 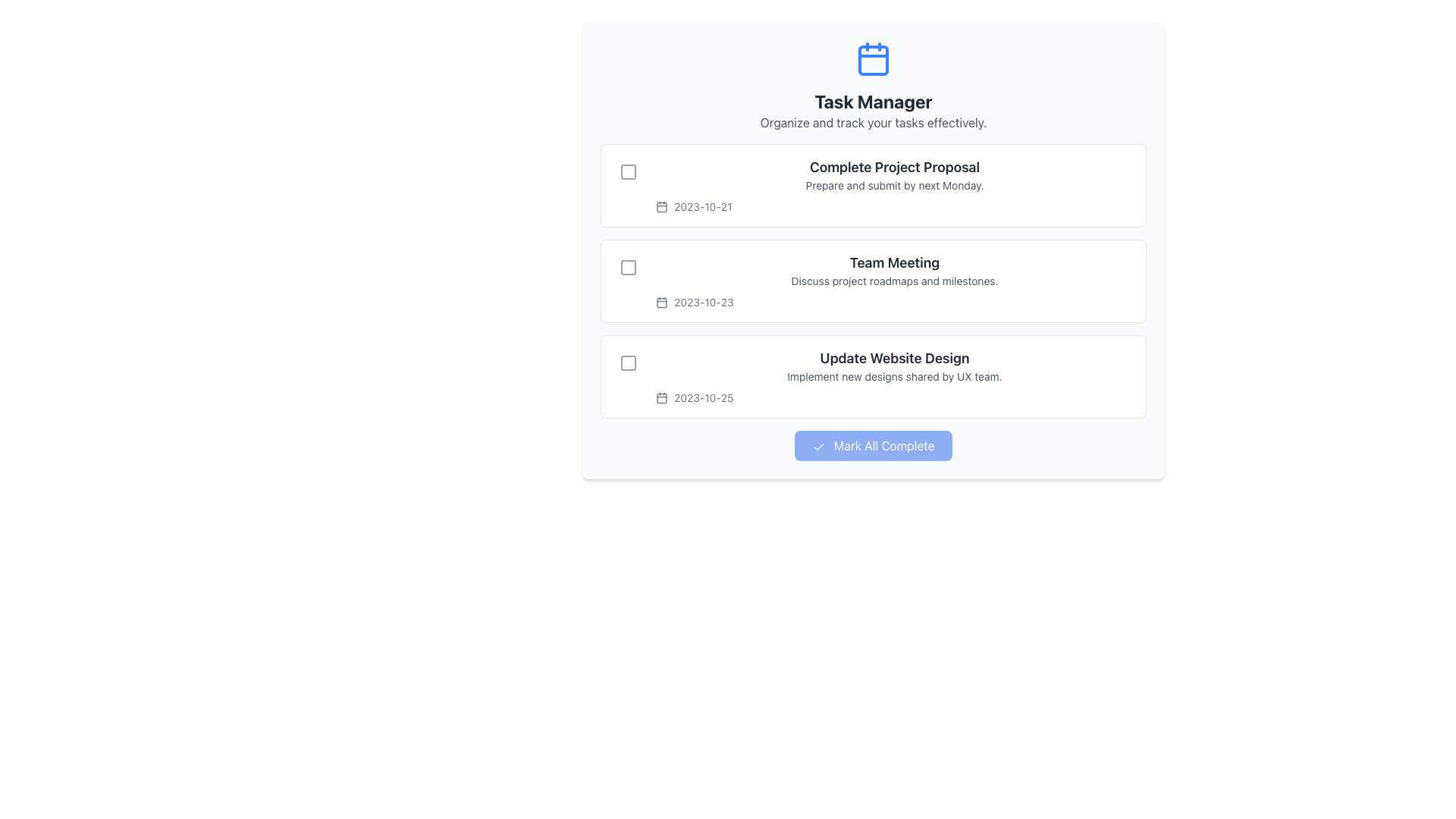 What do you see at coordinates (629, 171) in the screenshot?
I see `the checkbox to the left of the 'Complete Project Proposal' heading` at bounding box center [629, 171].